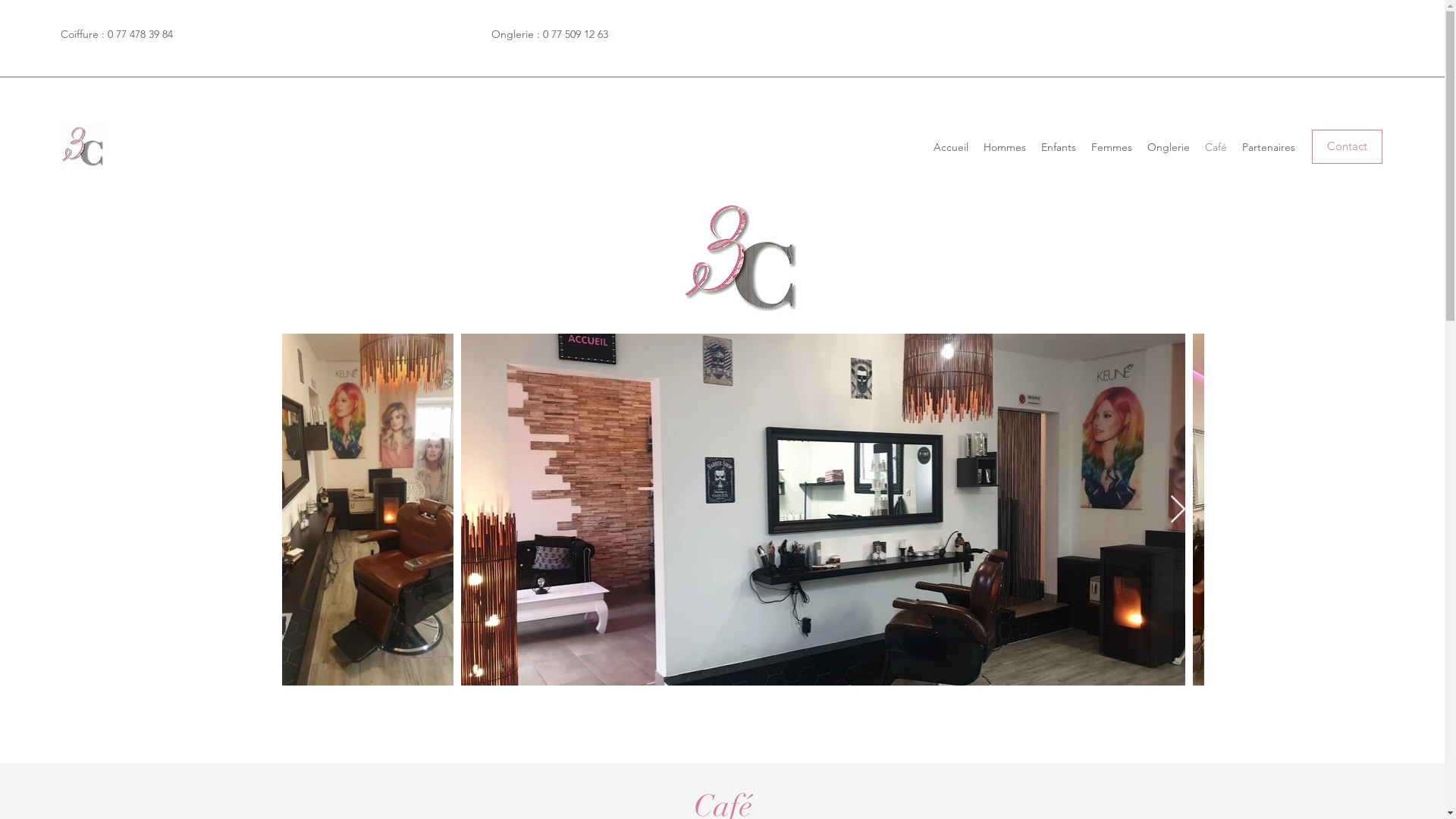  Describe the element at coordinates (975, 146) in the screenshot. I see `'Hommes'` at that location.